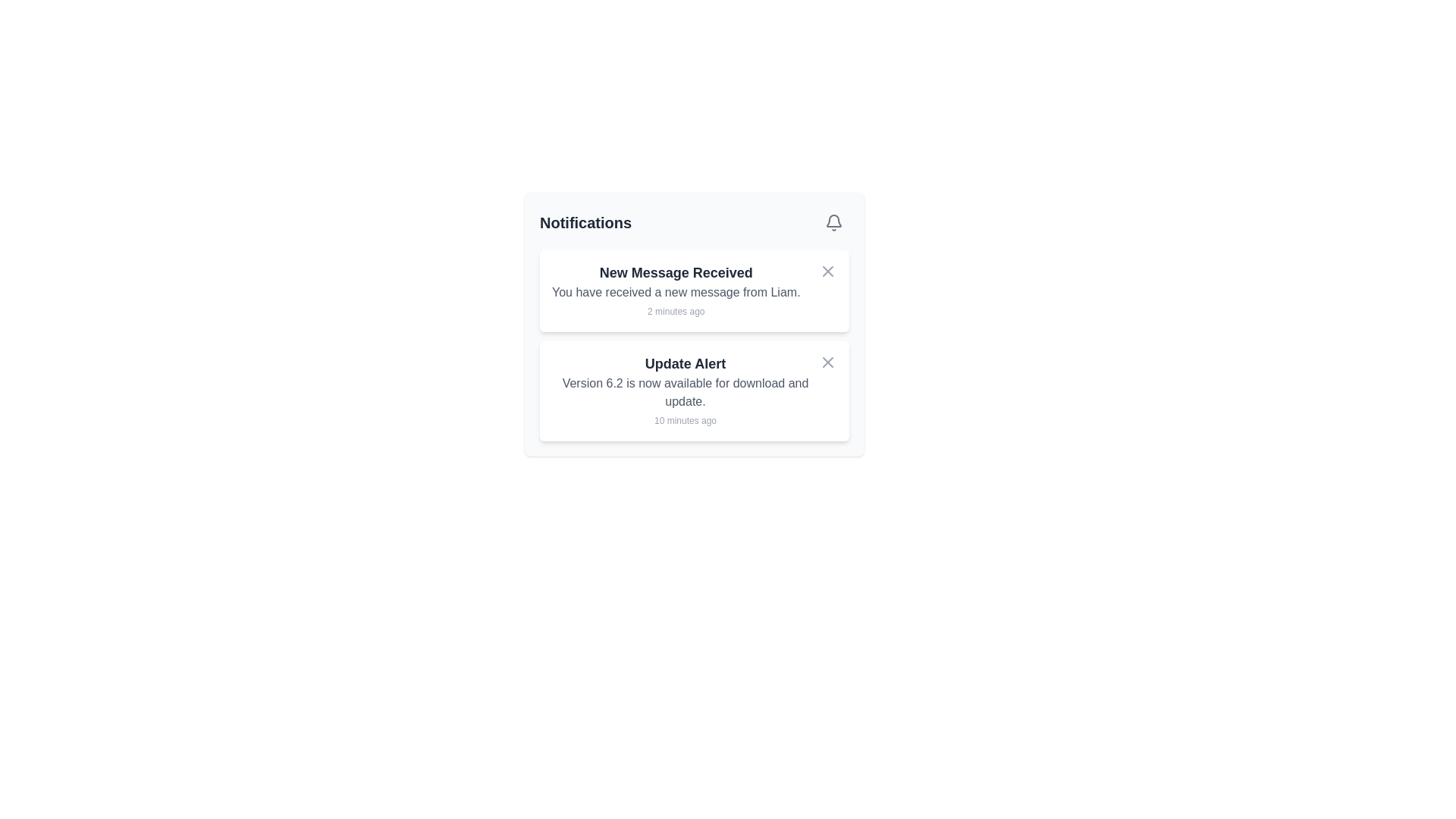 The height and width of the screenshot is (819, 1456). Describe the element at coordinates (827, 271) in the screenshot. I see `the close icon located at the top right corner of the 'New Message Received' notification card` at that location.